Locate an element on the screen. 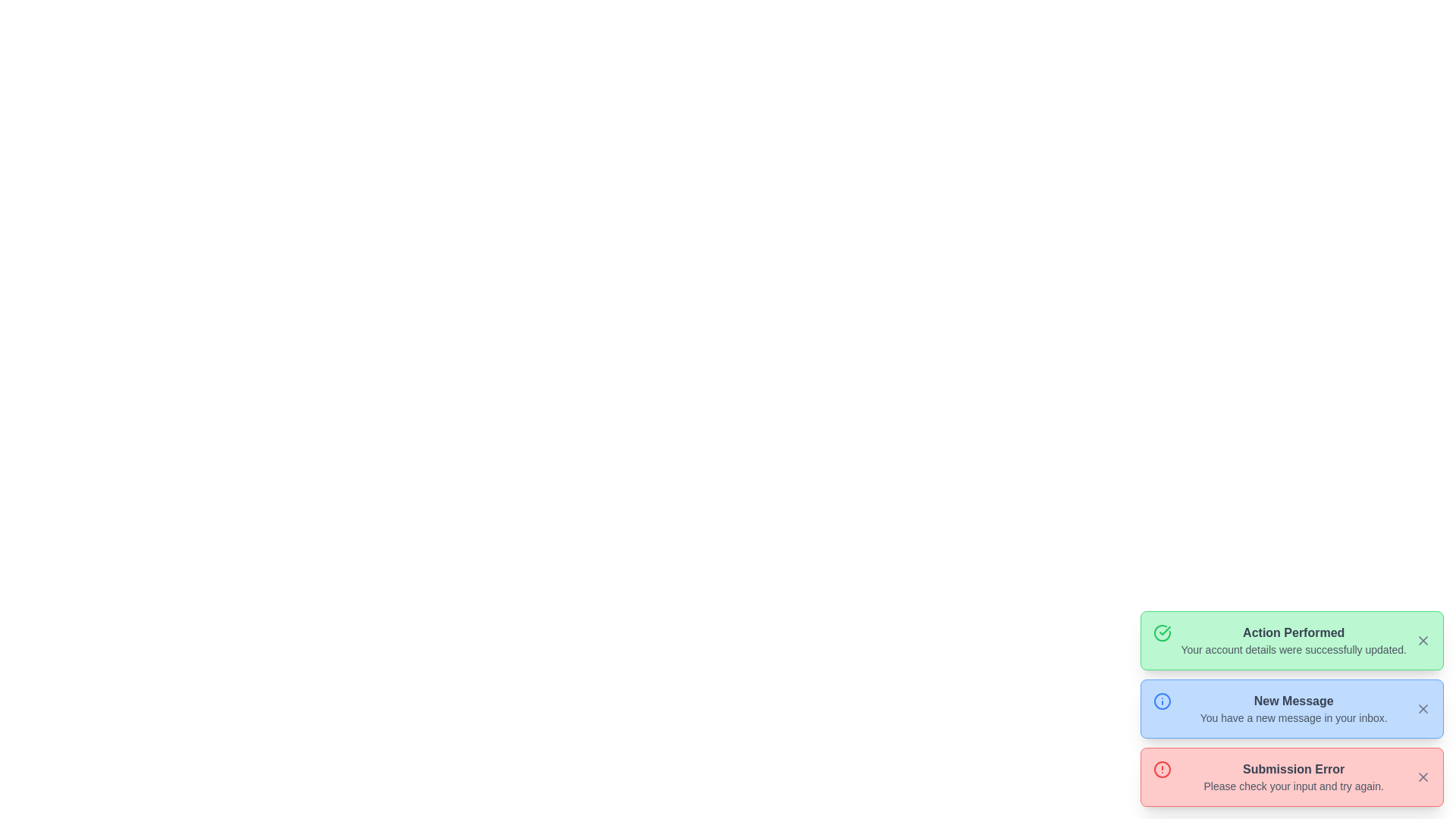 This screenshot has width=1456, height=819. the diagonal cross icon button located at the lower-right corner of the 'Submission Error' message box to trigger tooltip or focus effects is located at coordinates (1422, 777).